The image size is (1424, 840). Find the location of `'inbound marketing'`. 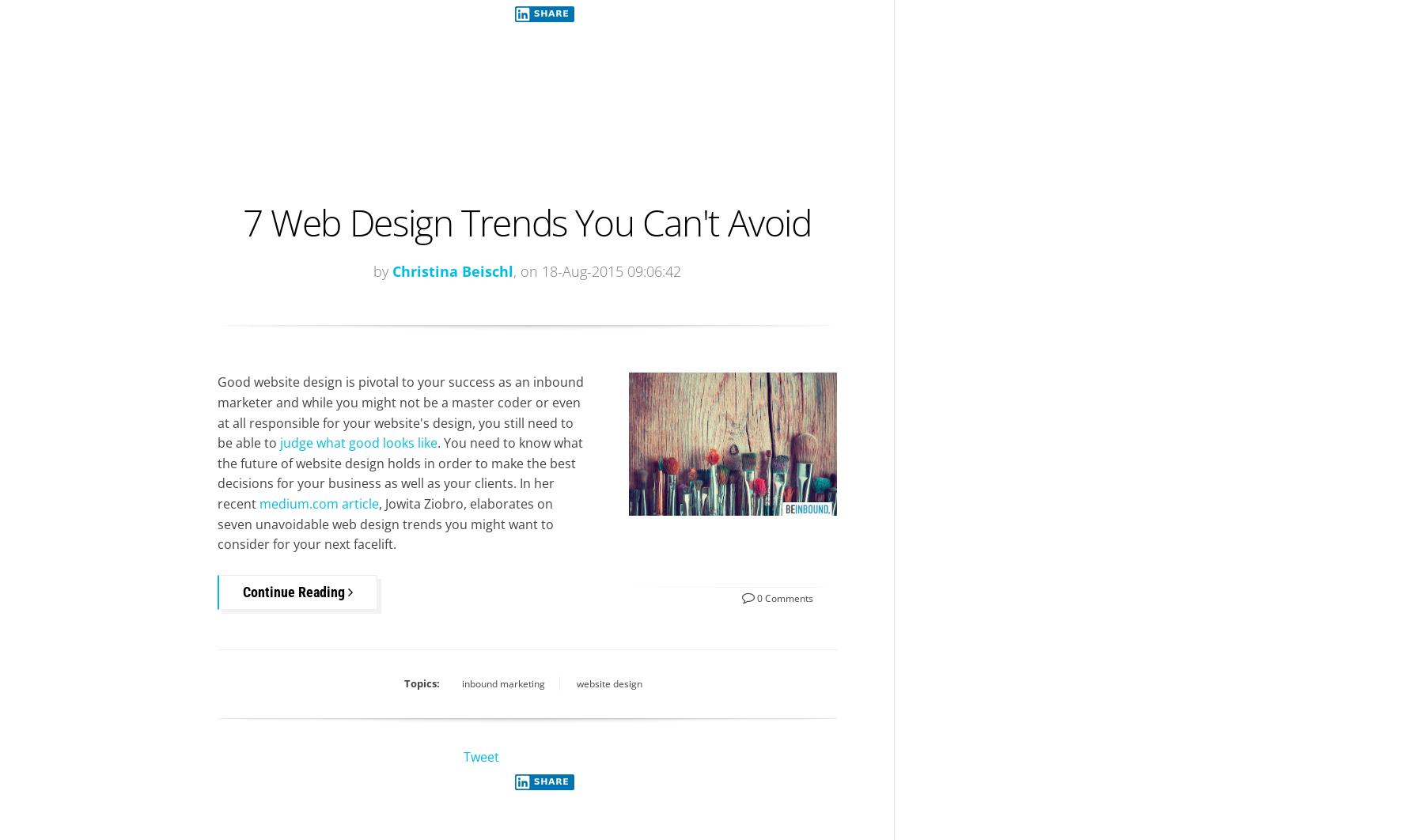

'inbound marketing' is located at coordinates (502, 682).